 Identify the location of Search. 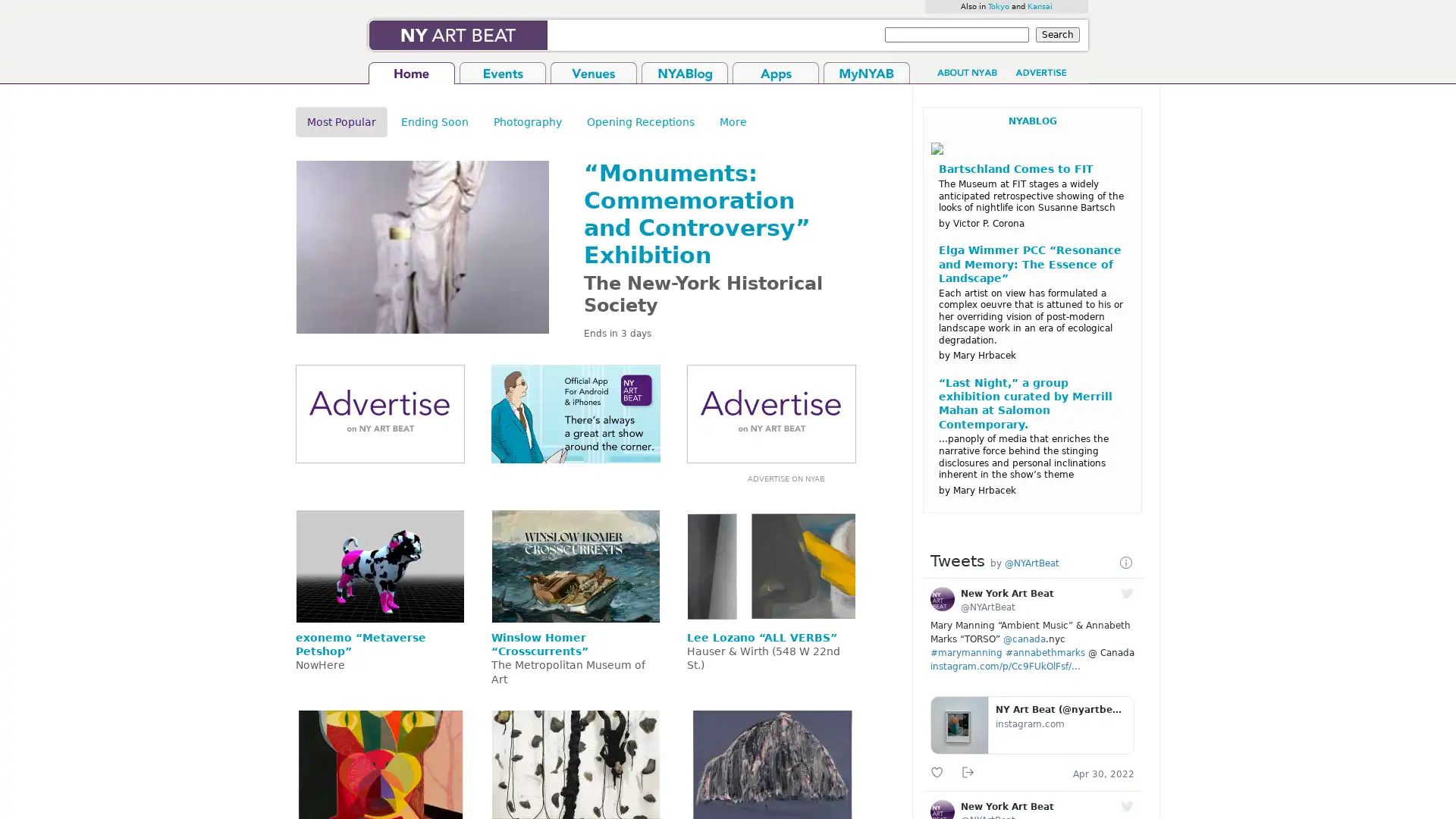
(1057, 34).